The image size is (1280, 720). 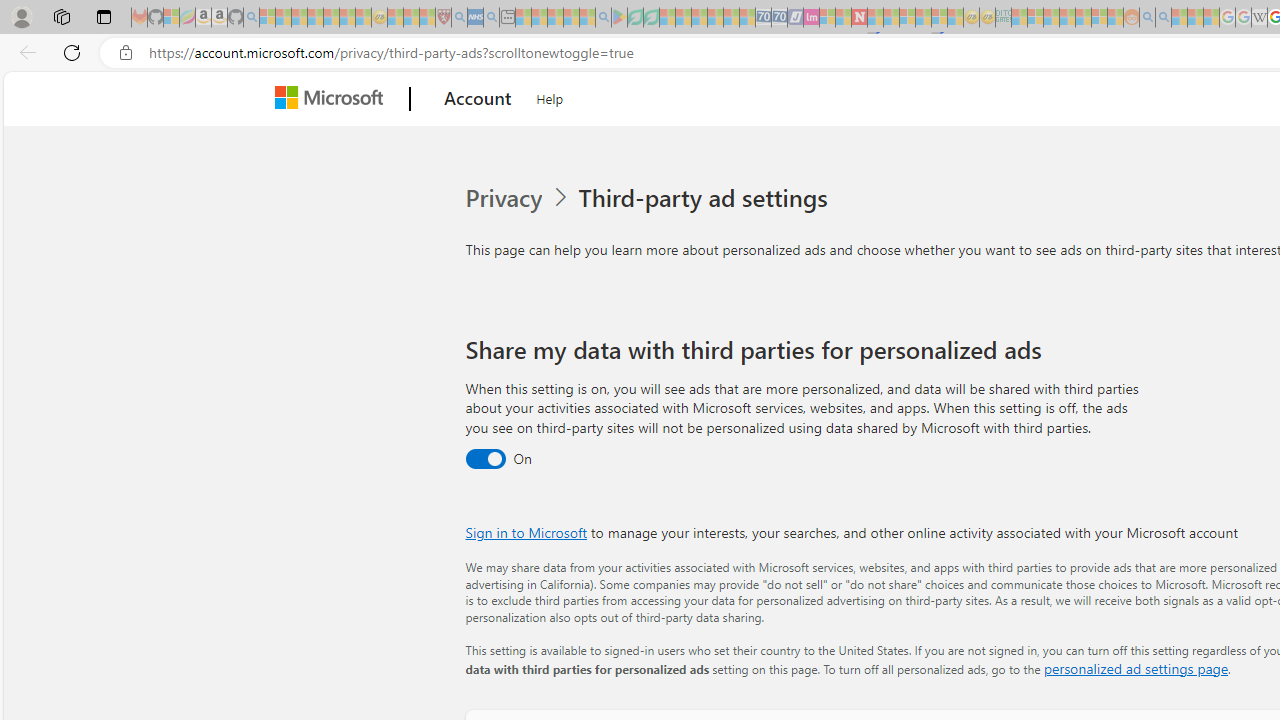 I want to click on 'Sign in to Microsoft', so click(x=526, y=531).